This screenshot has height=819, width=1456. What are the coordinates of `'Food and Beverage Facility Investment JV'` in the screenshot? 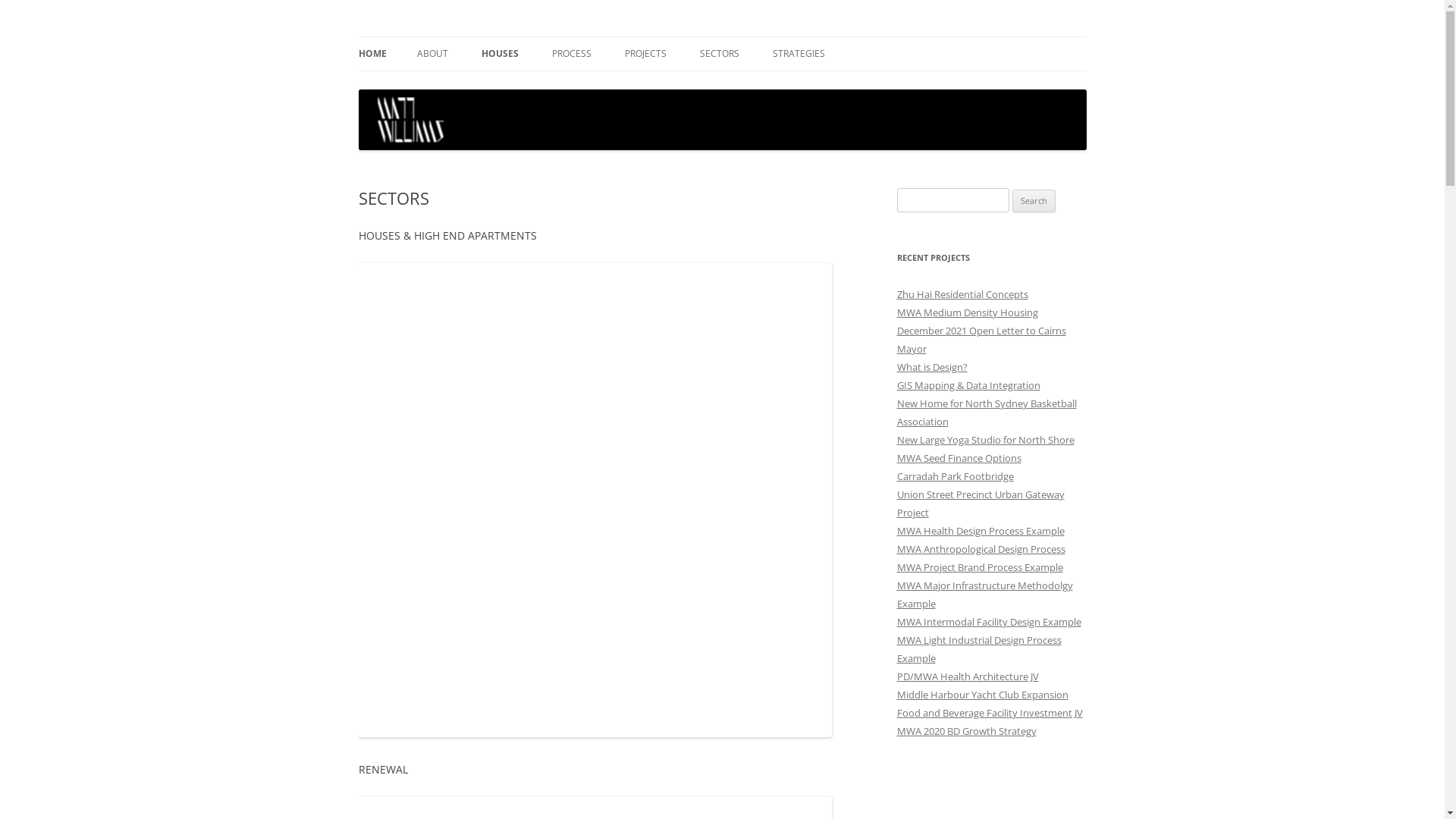 It's located at (989, 713).